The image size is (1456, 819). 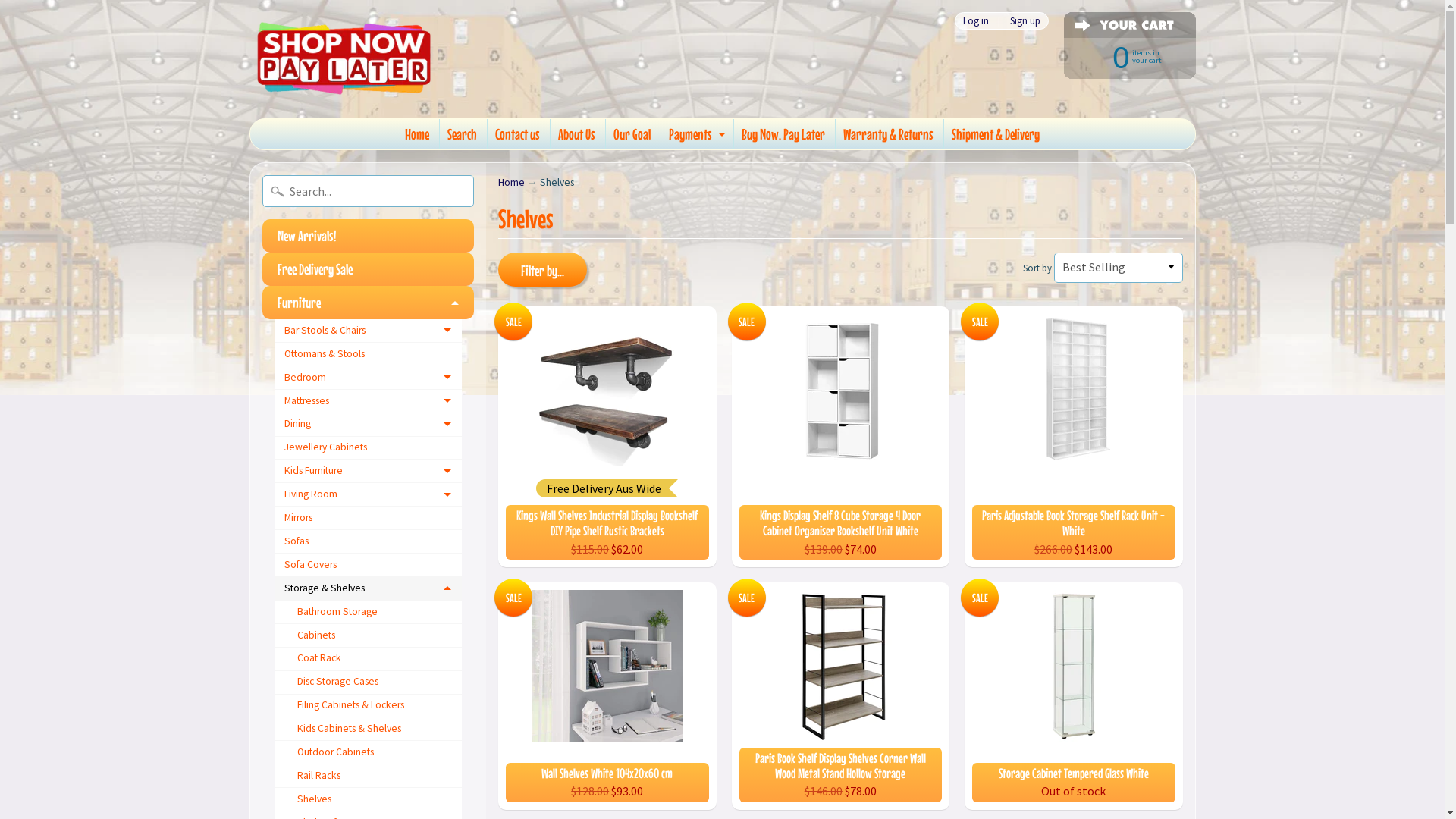 What do you see at coordinates (461, 133) in the screenshot?
I see `'Search'` at bounding box center [461, 133].